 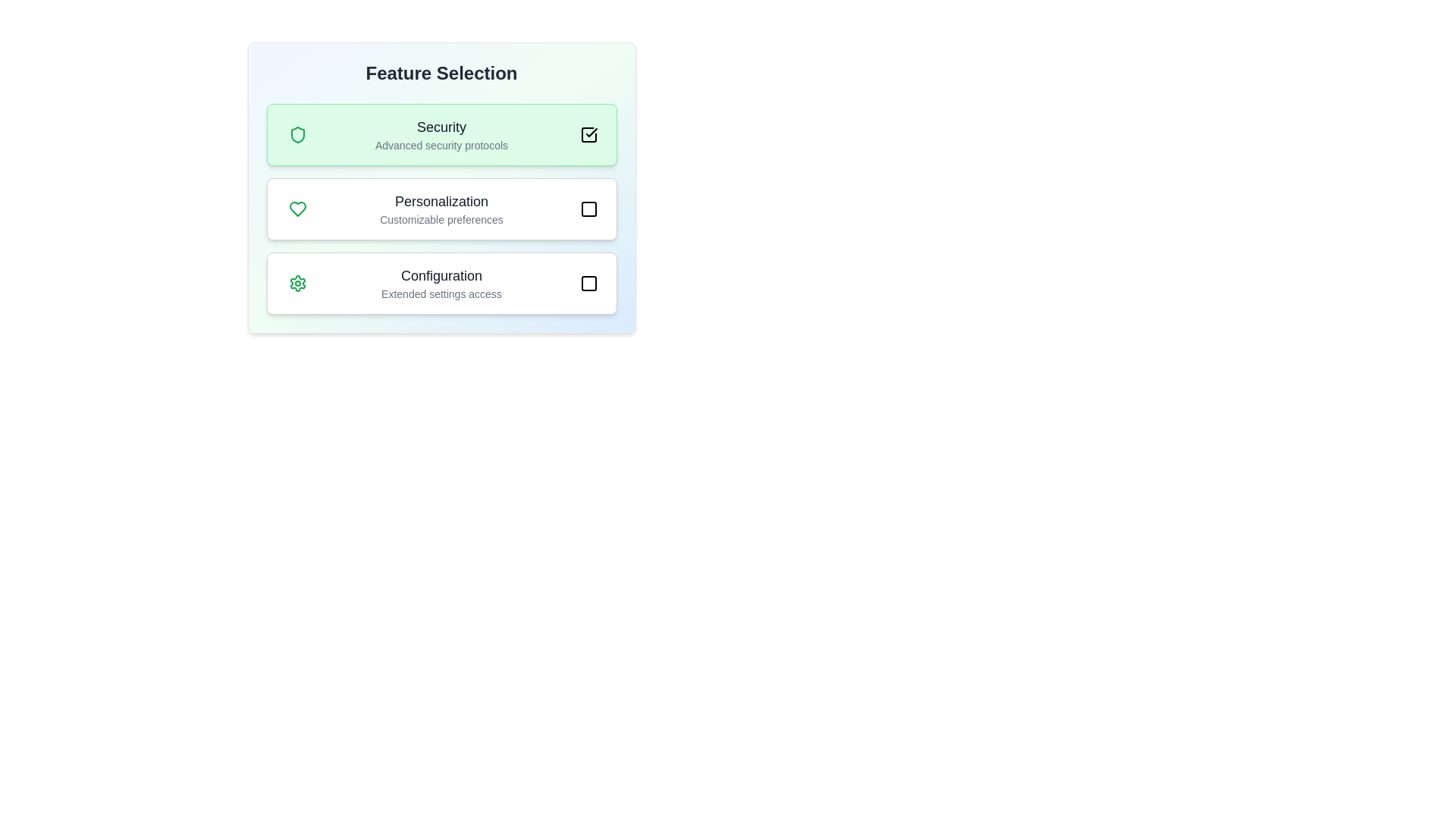 I want to click on the 'Configuration' text label, which is bold, medium-sized, and dark gray, located centrally within the third selectable card labeled 'Configuration', so click(x=441, y=275).